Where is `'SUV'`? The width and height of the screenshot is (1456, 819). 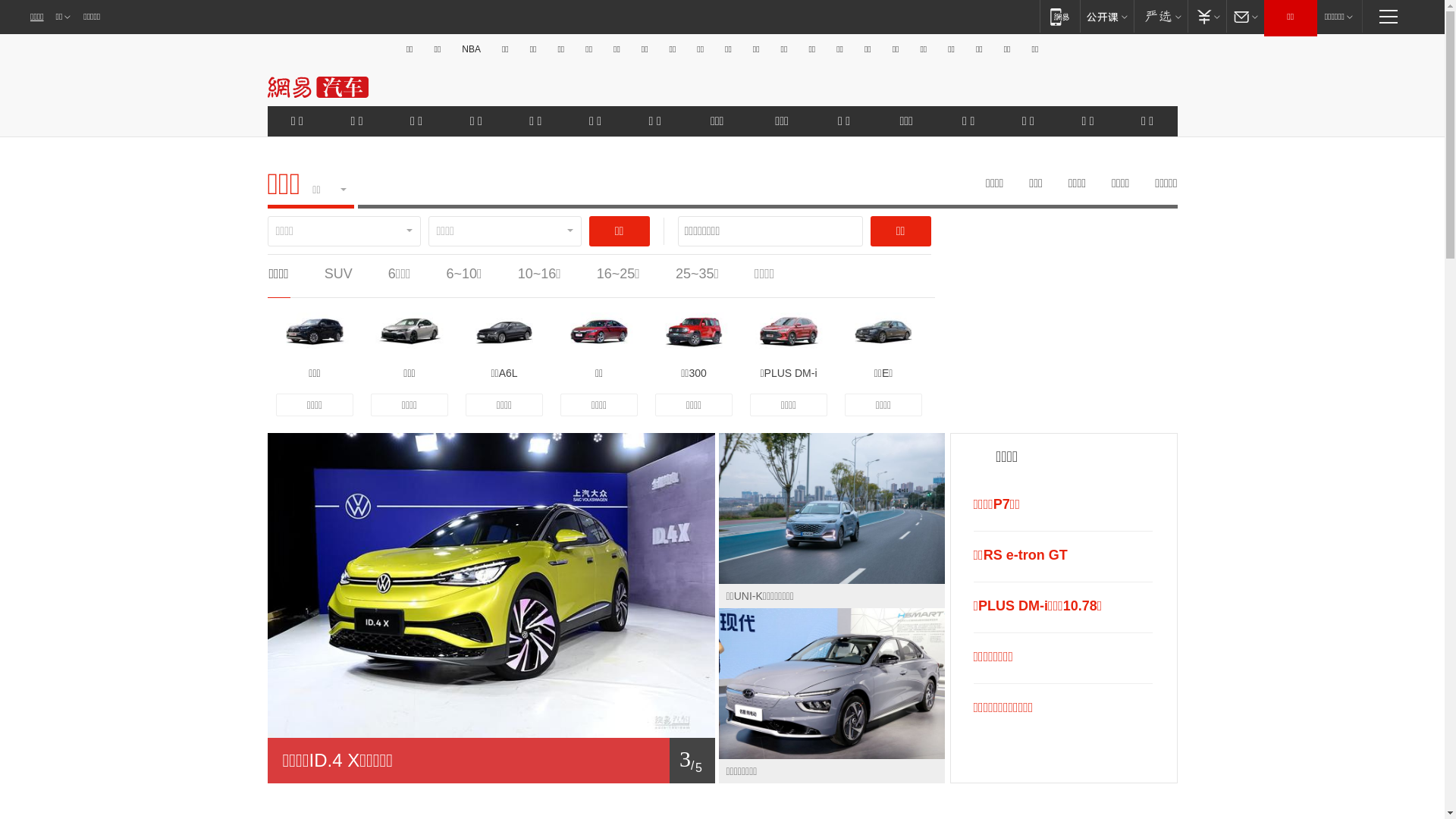
'SUV' is located at coordinates (337, 274).